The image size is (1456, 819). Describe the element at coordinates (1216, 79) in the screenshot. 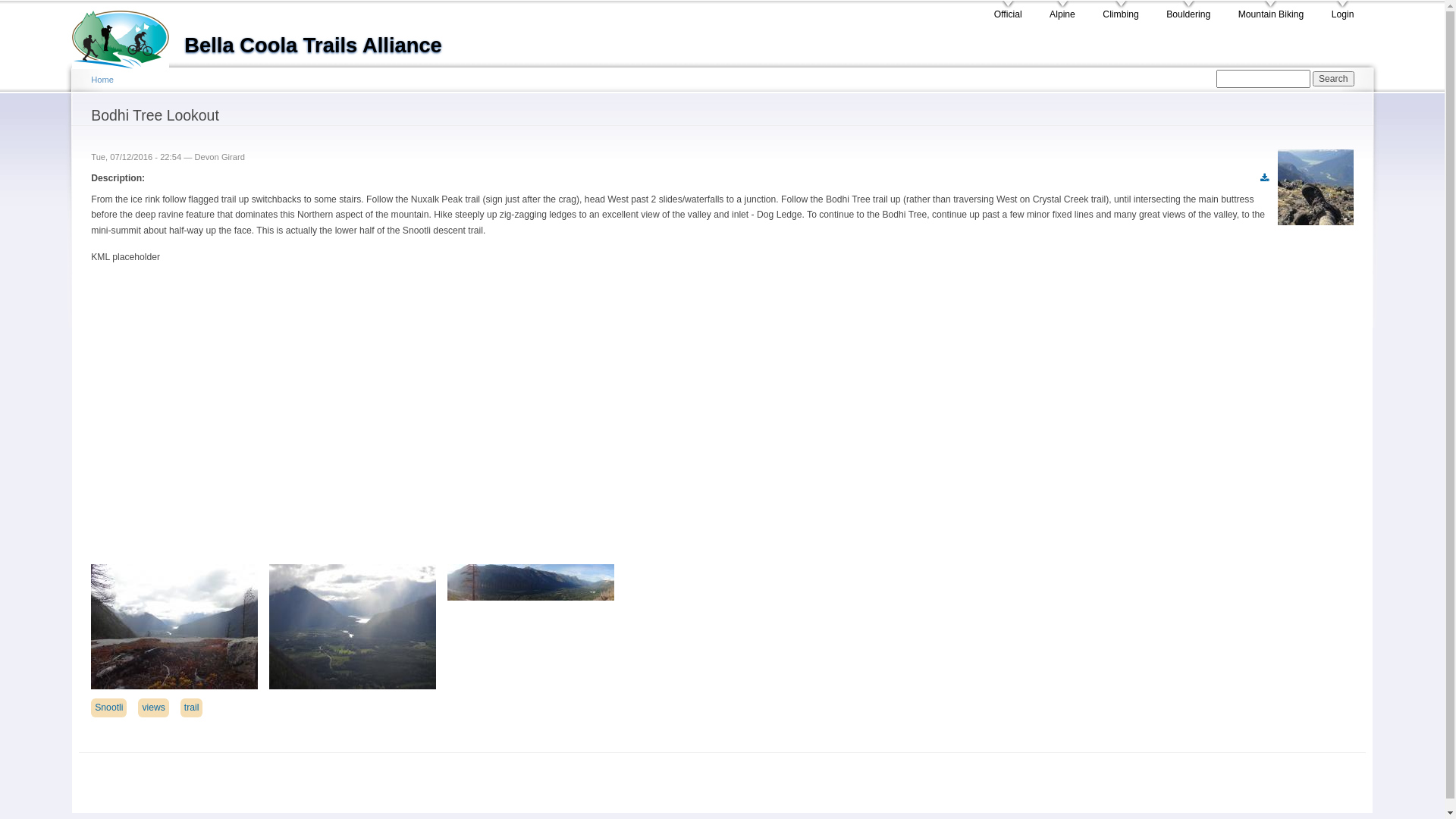

I see `'Enter the terms you wish to search for.'` at that location.